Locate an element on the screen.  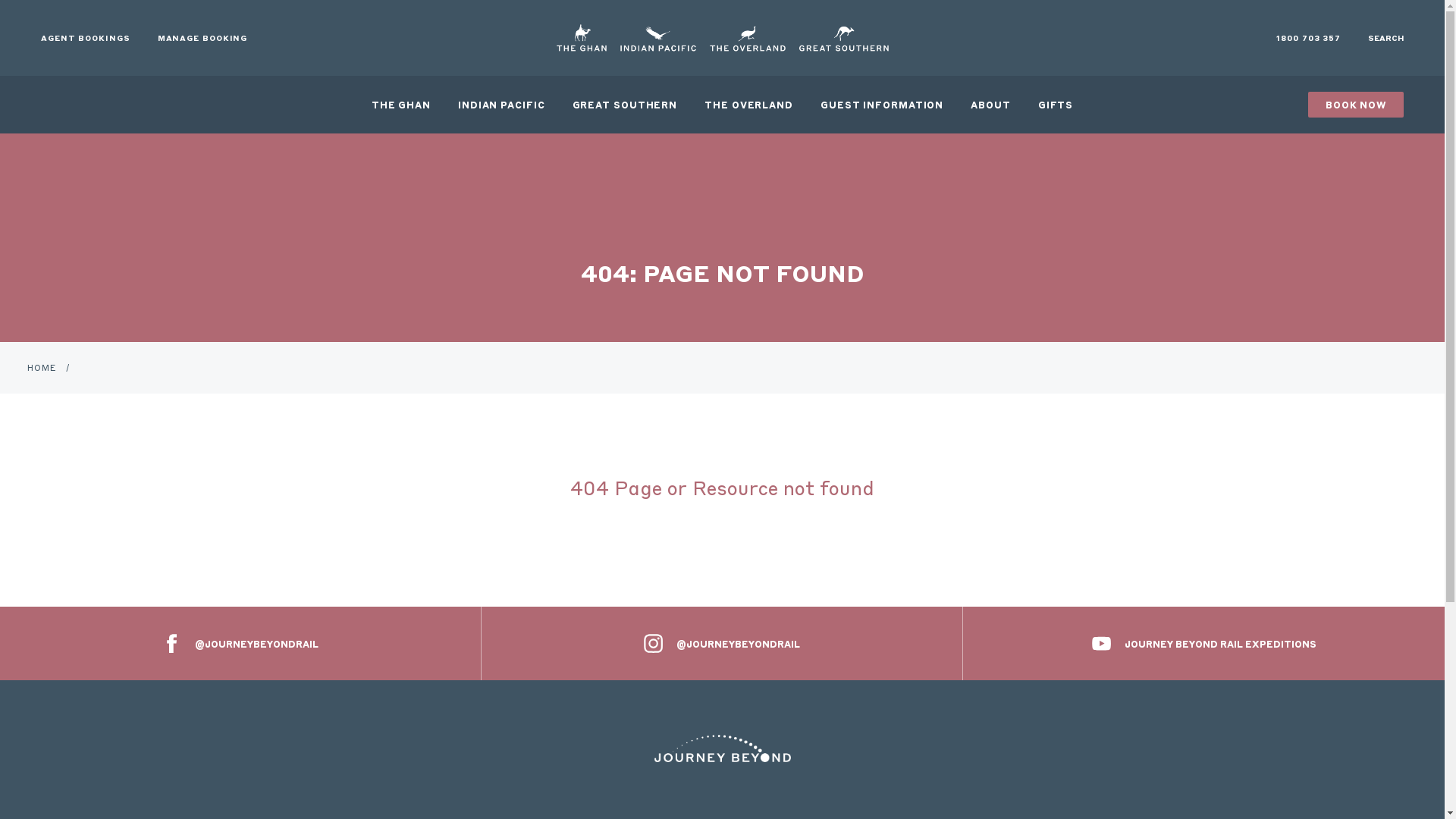
'GIFTS' is located at coordinates (1055, 104).